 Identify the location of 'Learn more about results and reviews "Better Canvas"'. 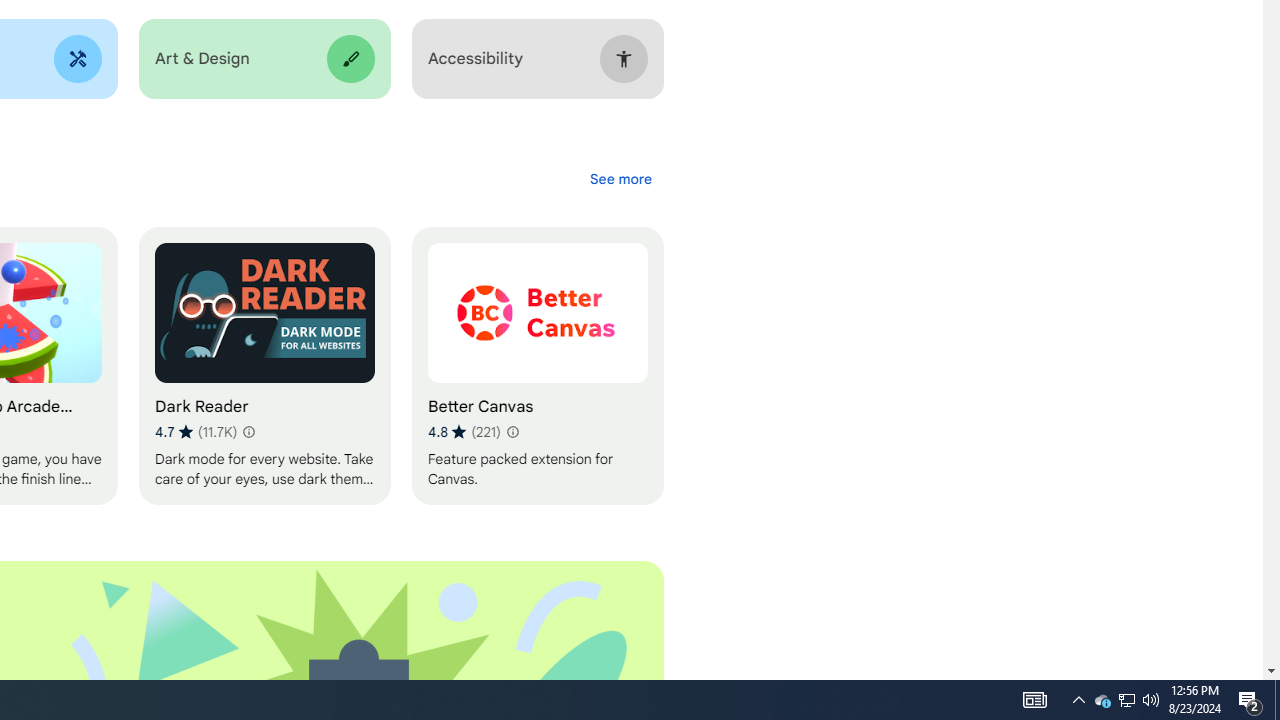
(512, 431).